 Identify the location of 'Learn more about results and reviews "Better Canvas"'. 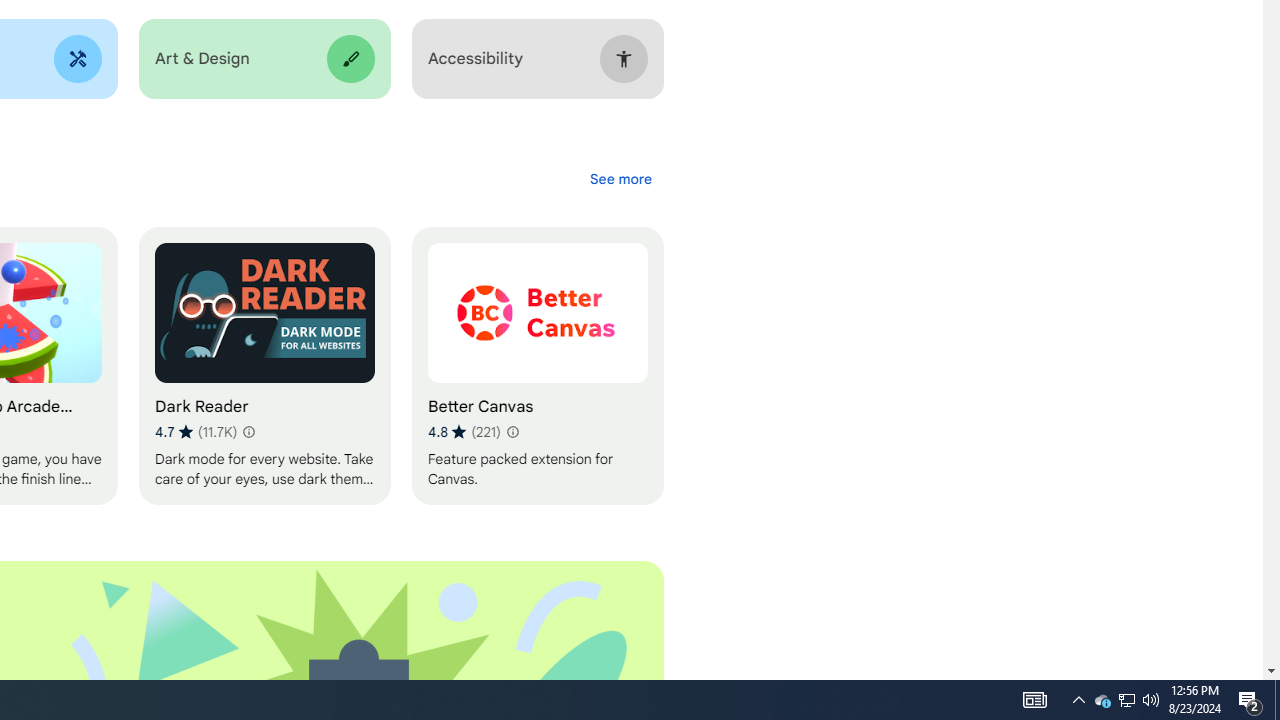
(512, 431).